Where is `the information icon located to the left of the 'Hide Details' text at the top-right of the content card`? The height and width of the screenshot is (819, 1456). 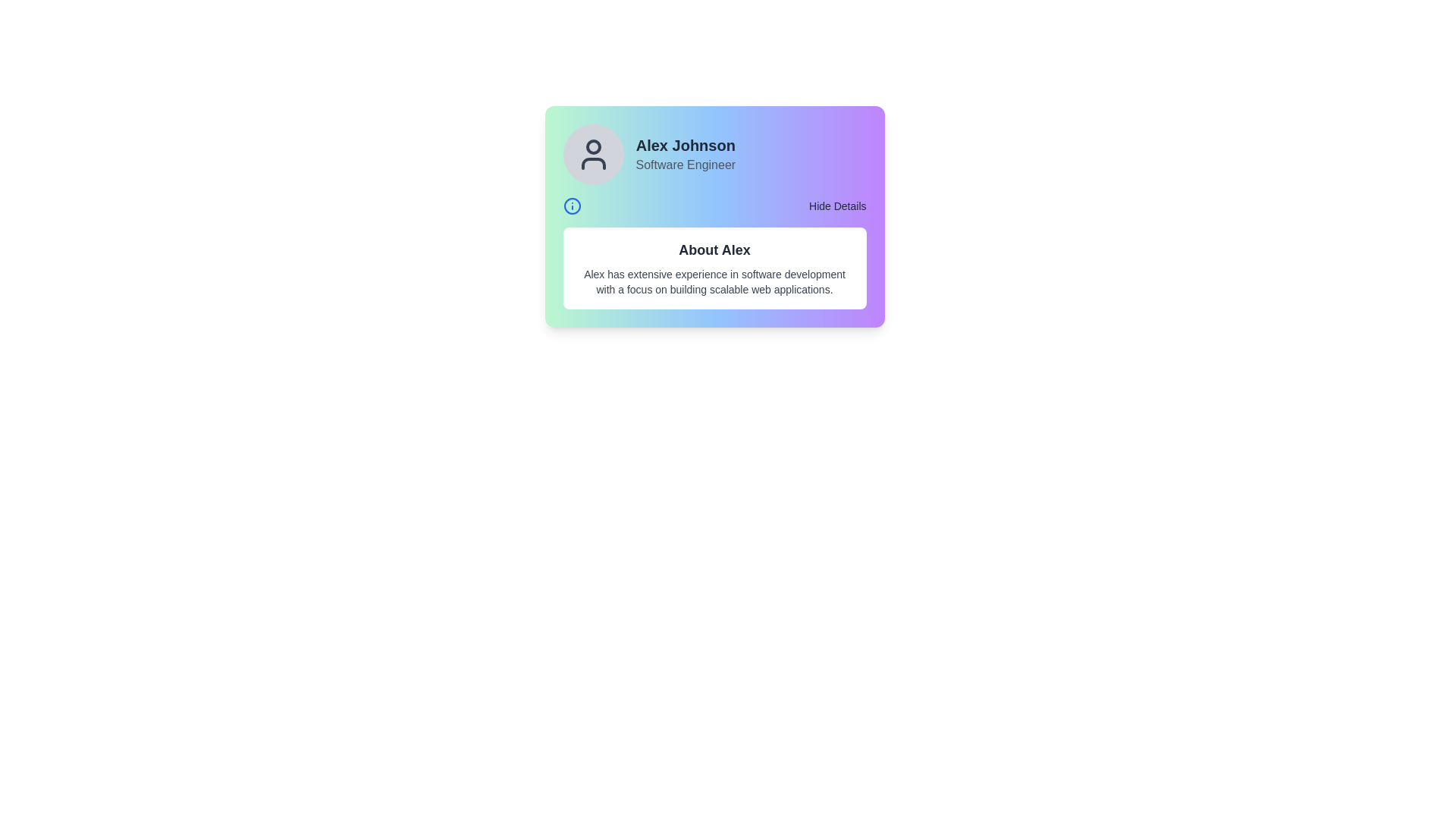 the information icon located to the left of the 'Hide Details' text at the top-right of the content card is located at coordinates (571, 206).